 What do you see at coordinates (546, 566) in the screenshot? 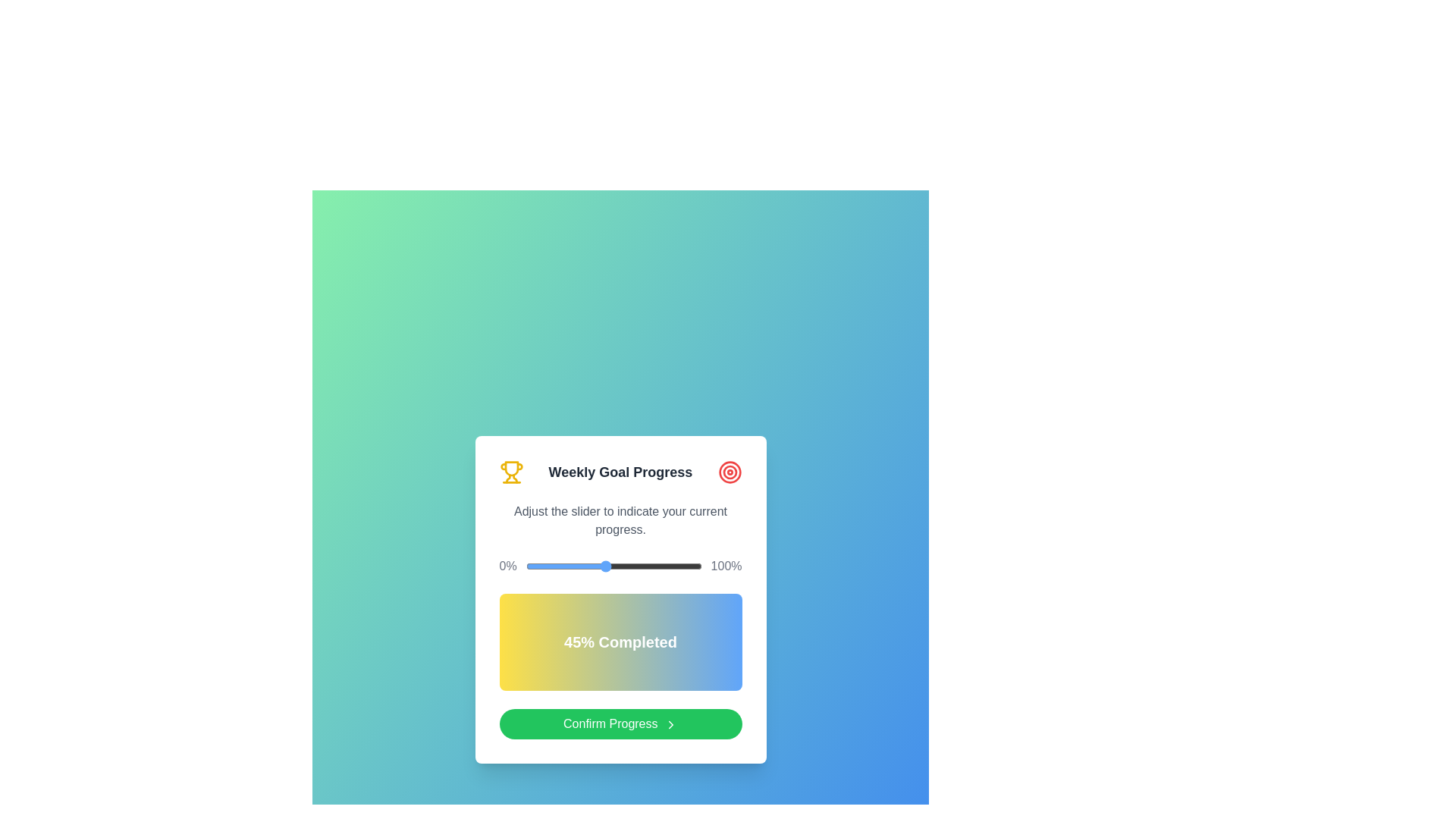
I see `the slider to set the progress percentage to 12` at bounding box center [546, 566].